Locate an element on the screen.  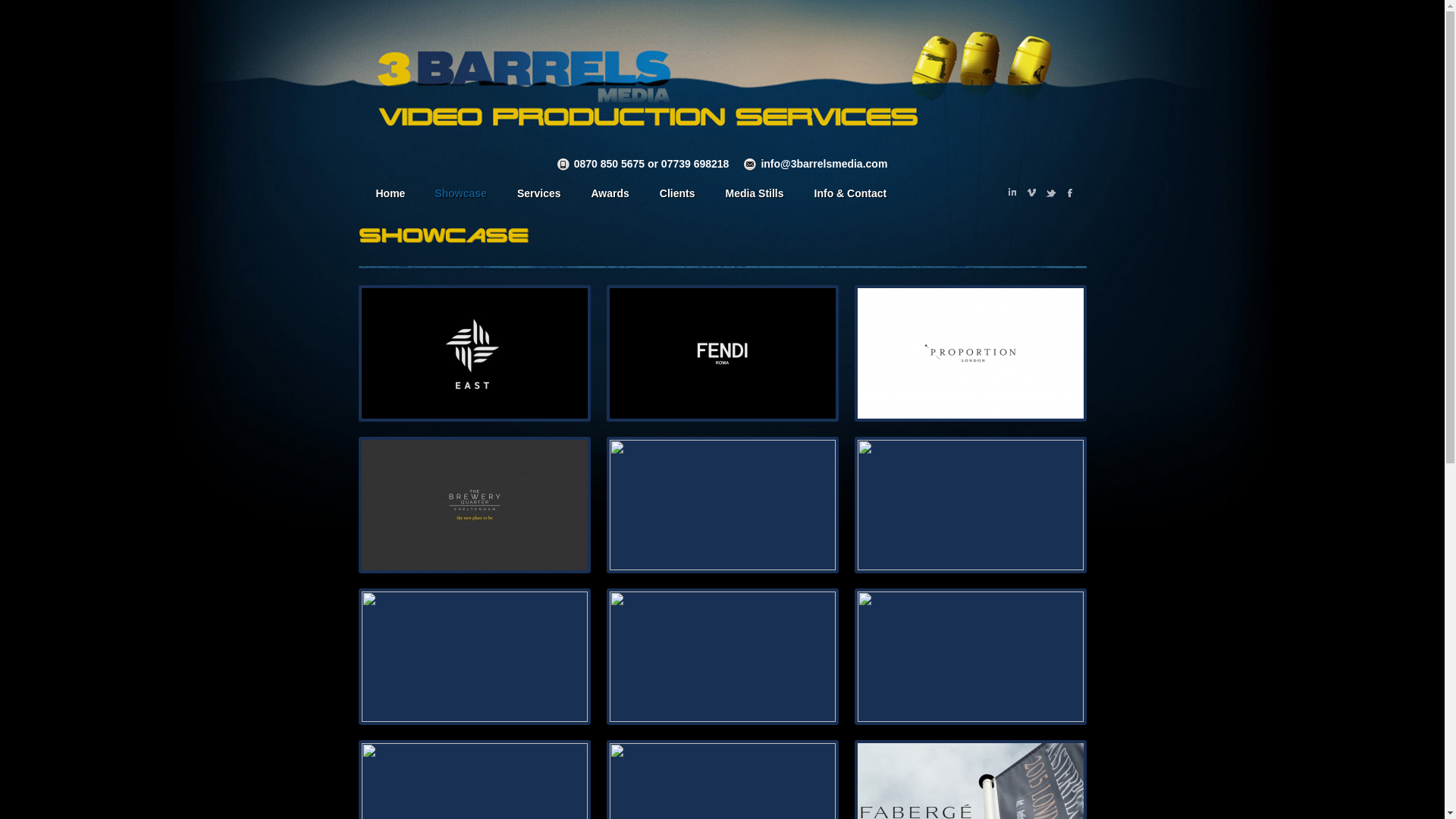
'Martin Commercial Properties' is located at coordinates (359, 505).